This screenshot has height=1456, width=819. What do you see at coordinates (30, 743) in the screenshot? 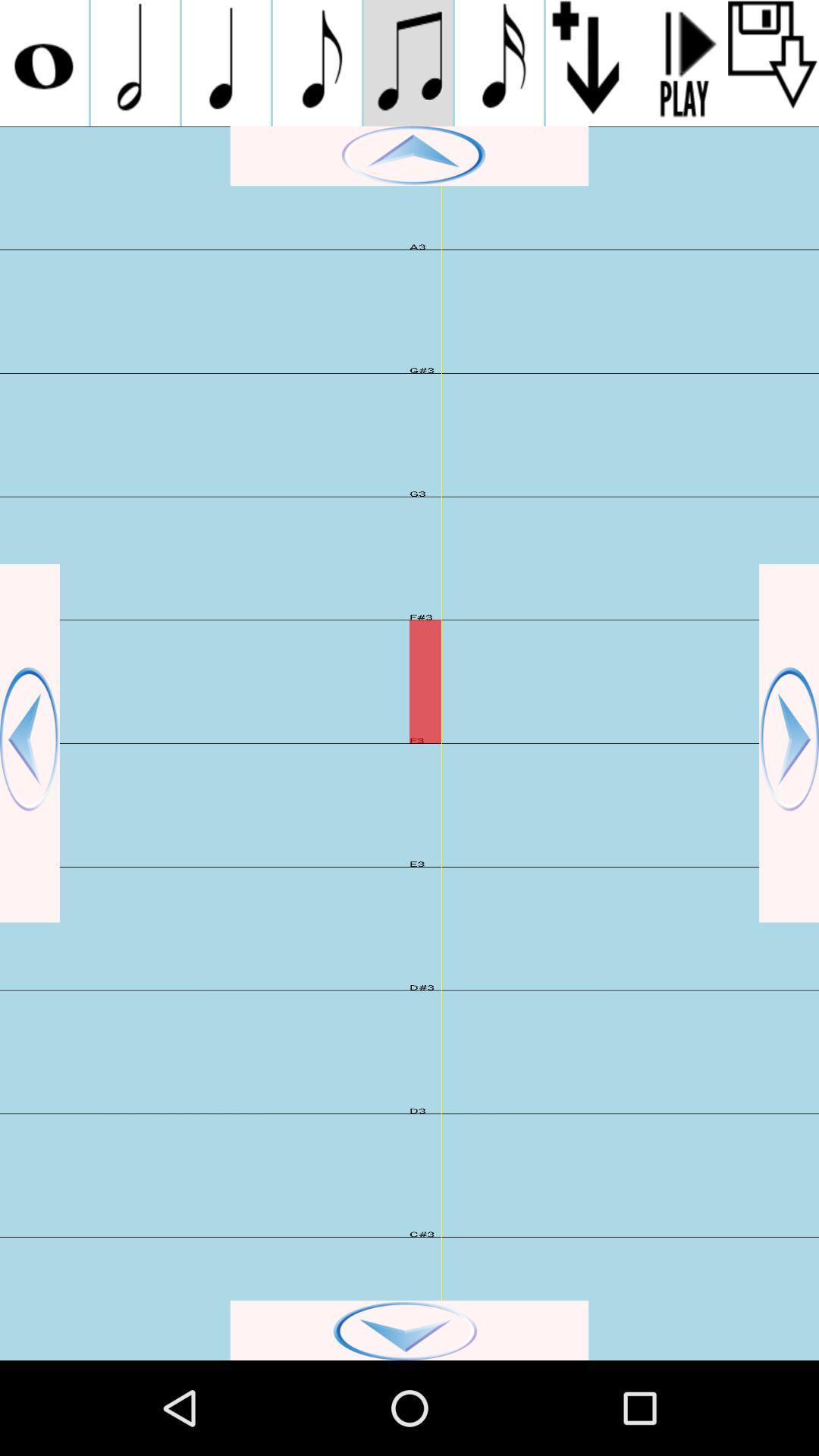
I see `move to the left` at bounding box center [30, 743].